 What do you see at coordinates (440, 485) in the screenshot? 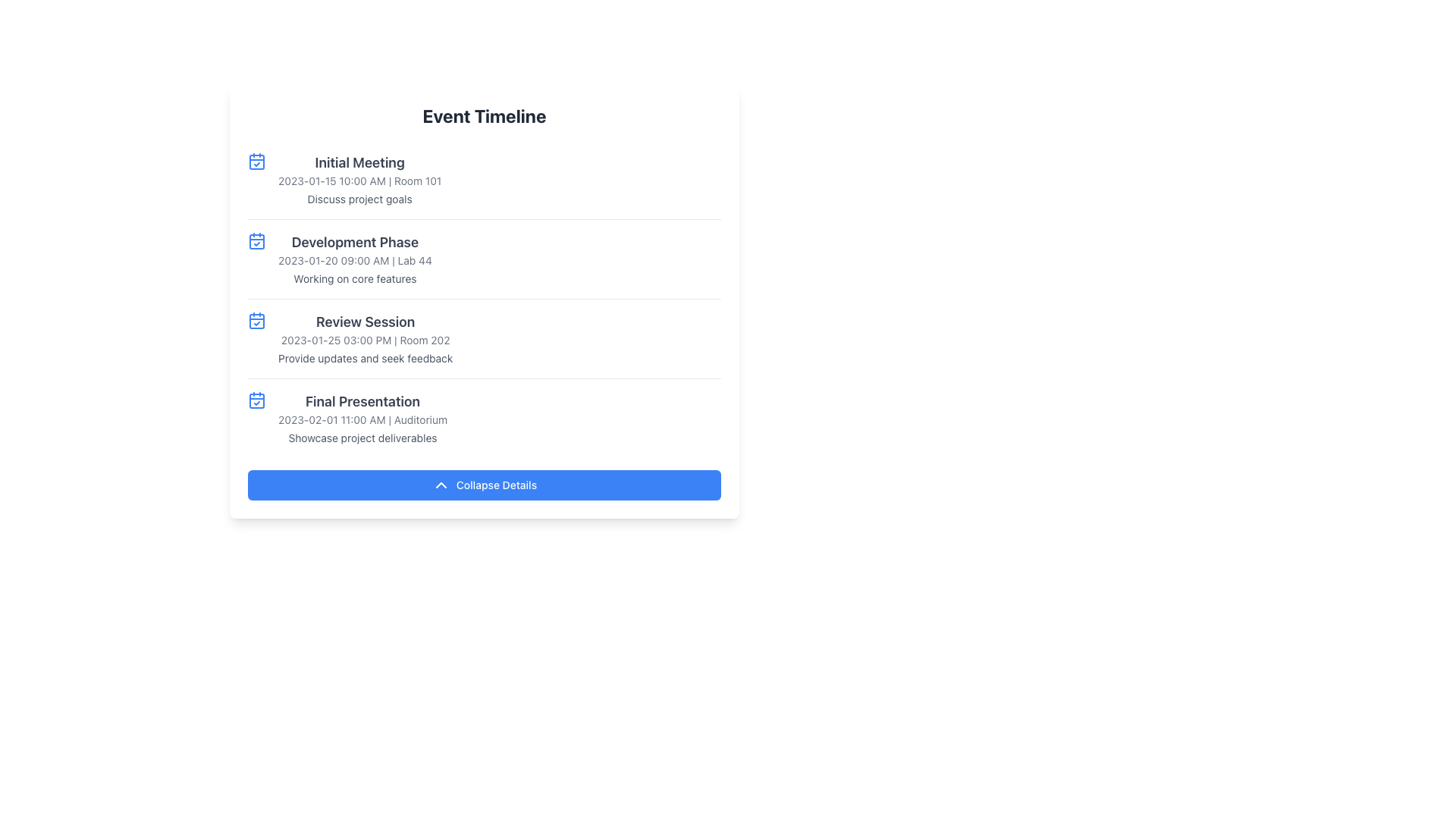
I see `the chevron-up icon in the 'Collapse Details' button located at the bottom of the layout` at bounding box center [440, 485].